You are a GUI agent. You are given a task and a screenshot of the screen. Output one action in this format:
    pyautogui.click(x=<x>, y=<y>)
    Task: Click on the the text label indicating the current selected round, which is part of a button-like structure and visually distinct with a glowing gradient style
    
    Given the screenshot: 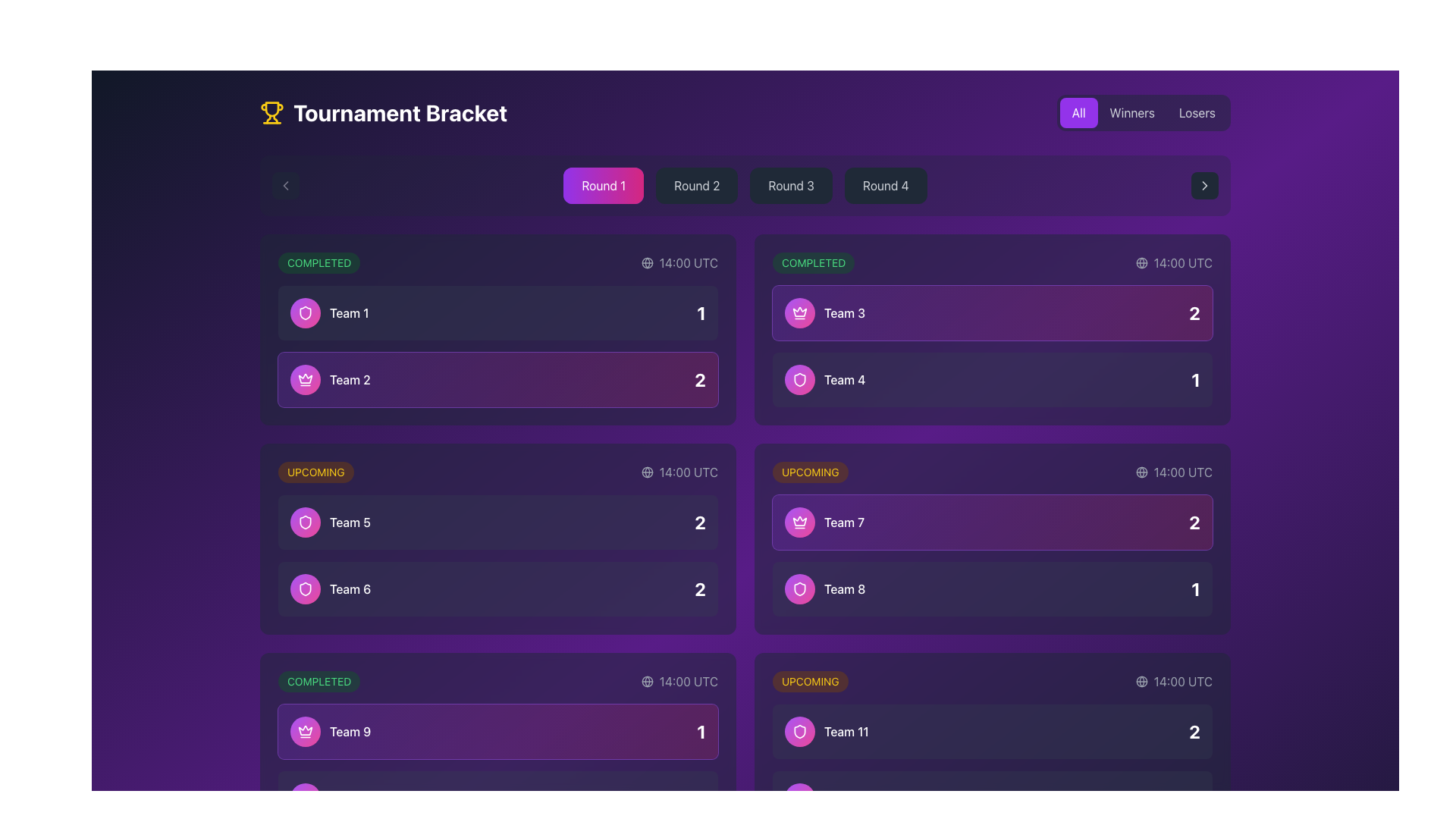 What is the action you would take?
    pyautogui.click(x=603, y=185)
    